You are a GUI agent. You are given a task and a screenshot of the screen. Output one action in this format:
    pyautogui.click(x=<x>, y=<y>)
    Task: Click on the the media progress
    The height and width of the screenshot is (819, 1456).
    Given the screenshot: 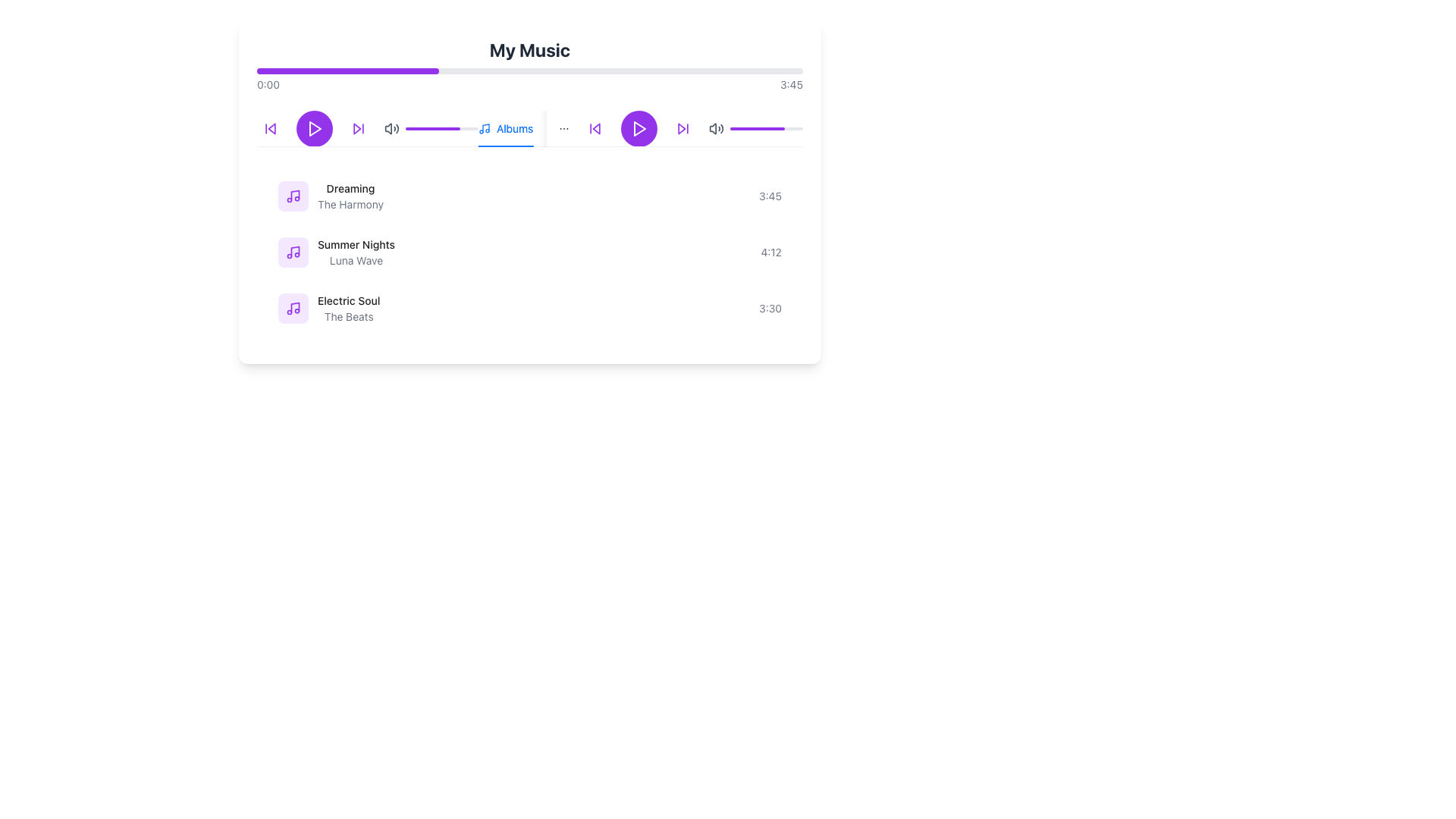 What is the action you would take?
    pyautogui.click(x=275, y=71)
    